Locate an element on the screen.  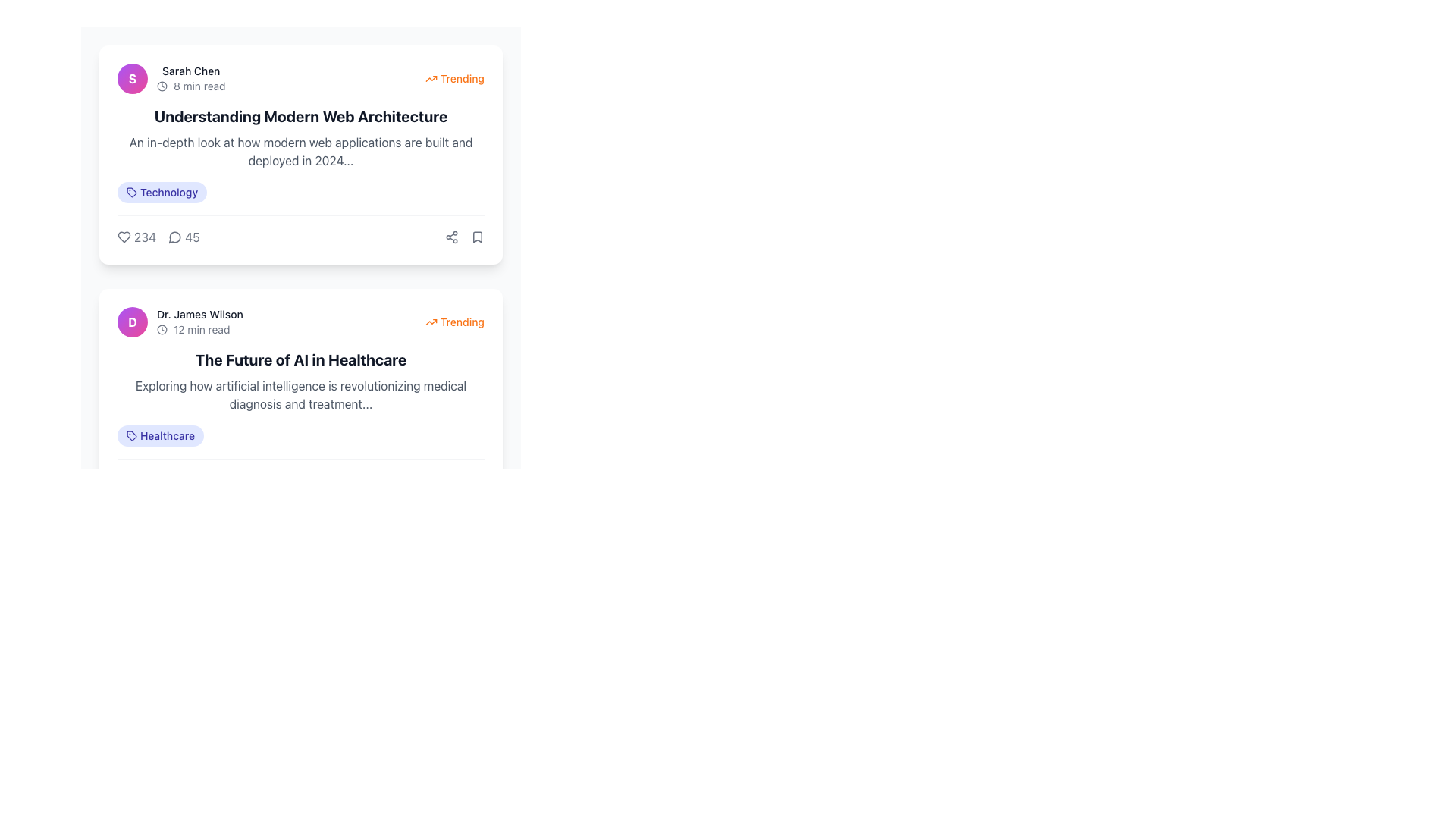
the informational label with the clock icon and the text '12 min read' located below 'Dr. James Wilson' to interact with it in case it becomes clickable in the future is located at coordinates (199, 329).